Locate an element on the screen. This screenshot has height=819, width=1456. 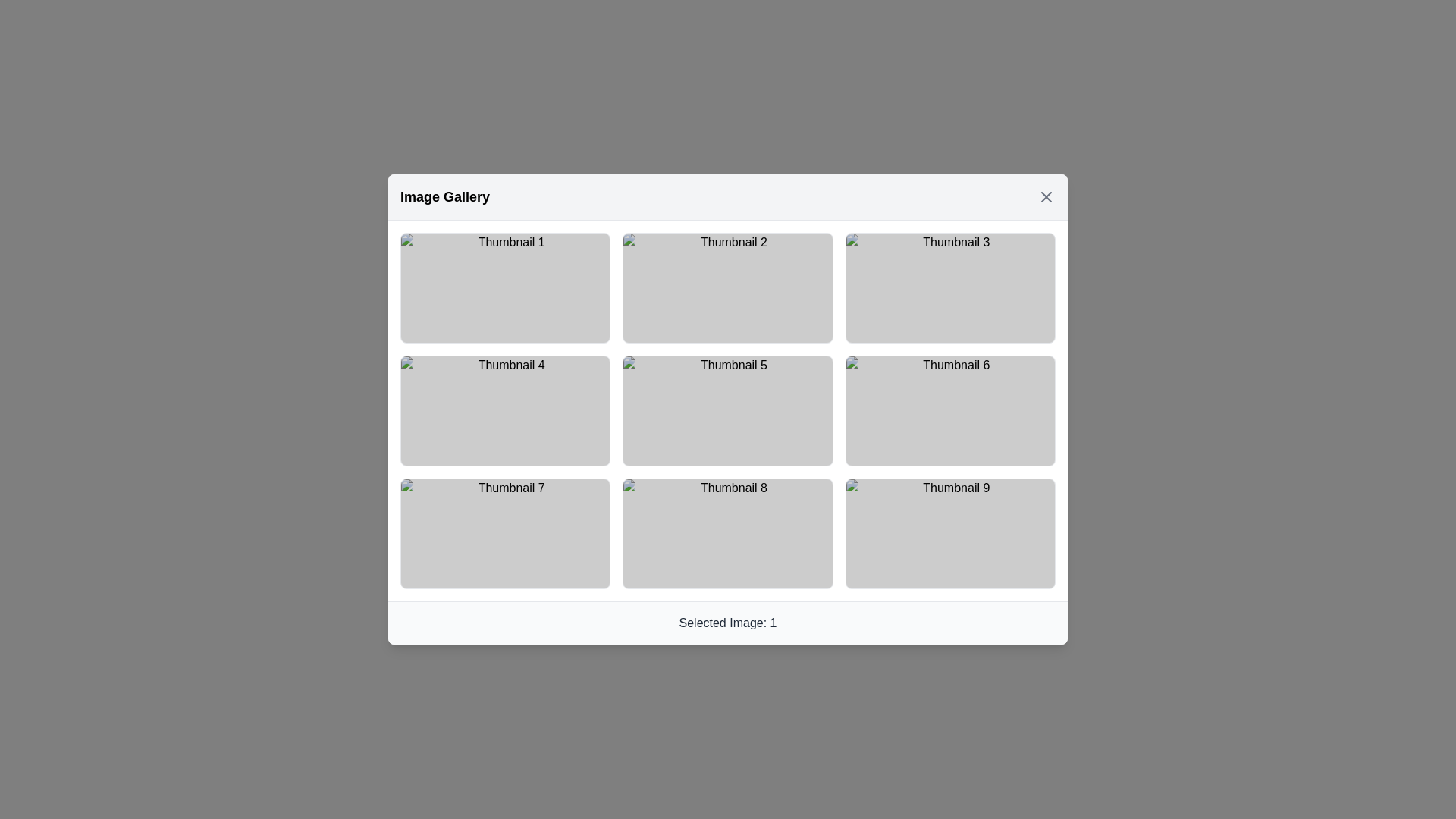
the interactive thumbnail located in the first row, third column of a 3x3 grid layout is located at coordinates (949, 288).